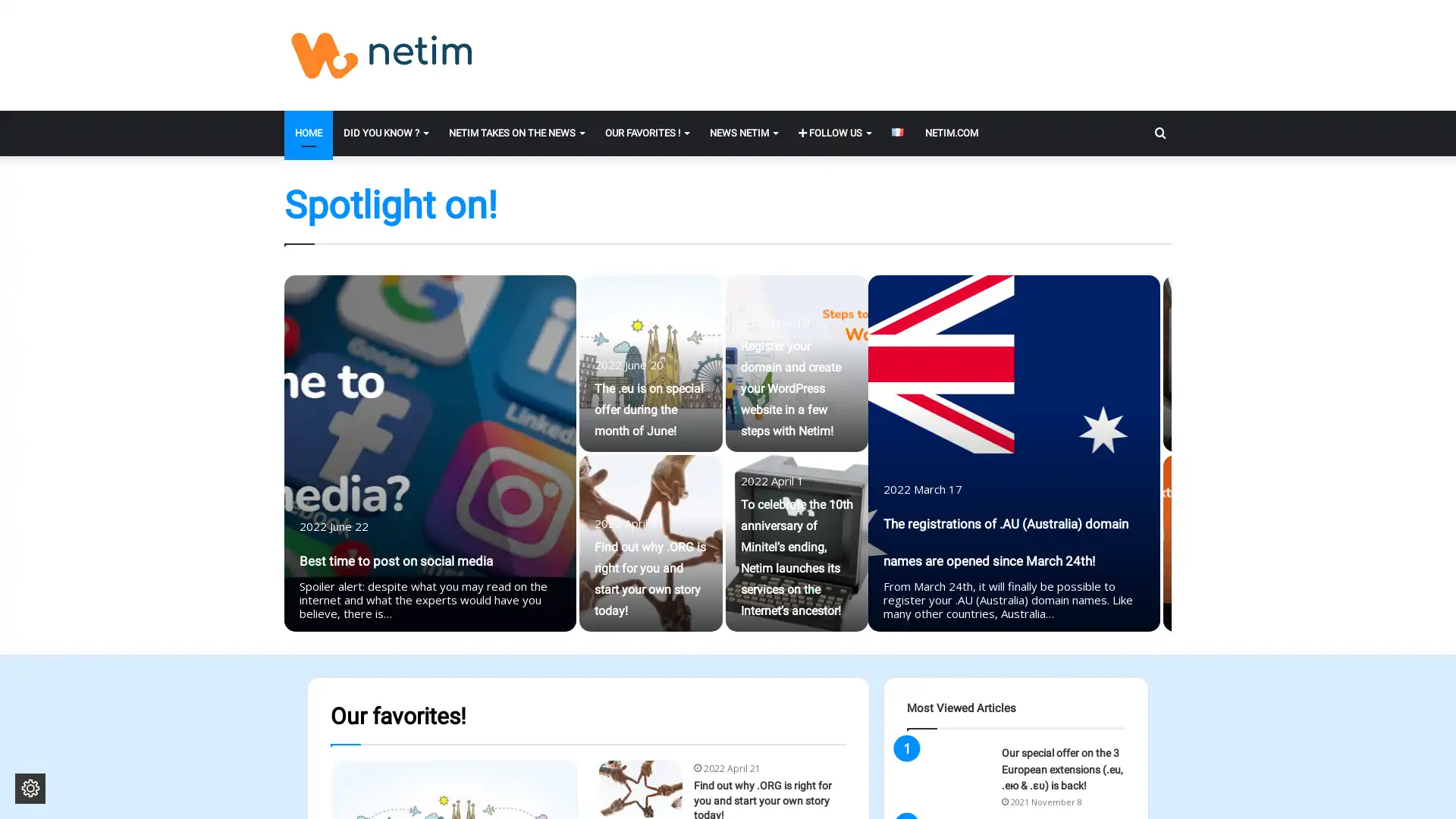 This screenshot has width=1456, height=819. Describe the element at coordinates (30, 788) in the screenshot. I see `Change cookie settings` at that location.